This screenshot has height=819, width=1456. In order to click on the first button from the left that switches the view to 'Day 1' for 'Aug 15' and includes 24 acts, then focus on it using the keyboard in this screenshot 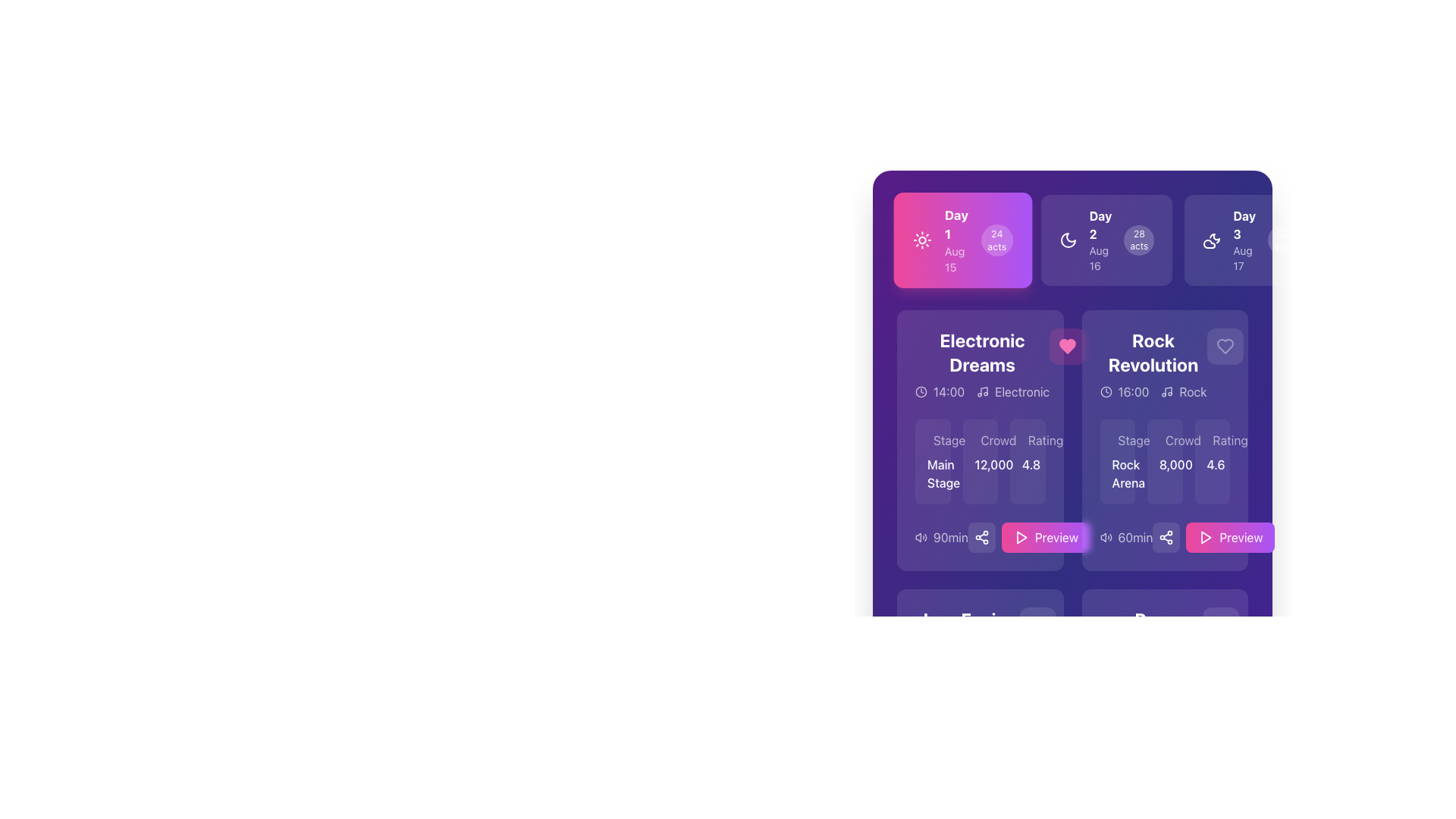, I will do `click(962, 239)`.